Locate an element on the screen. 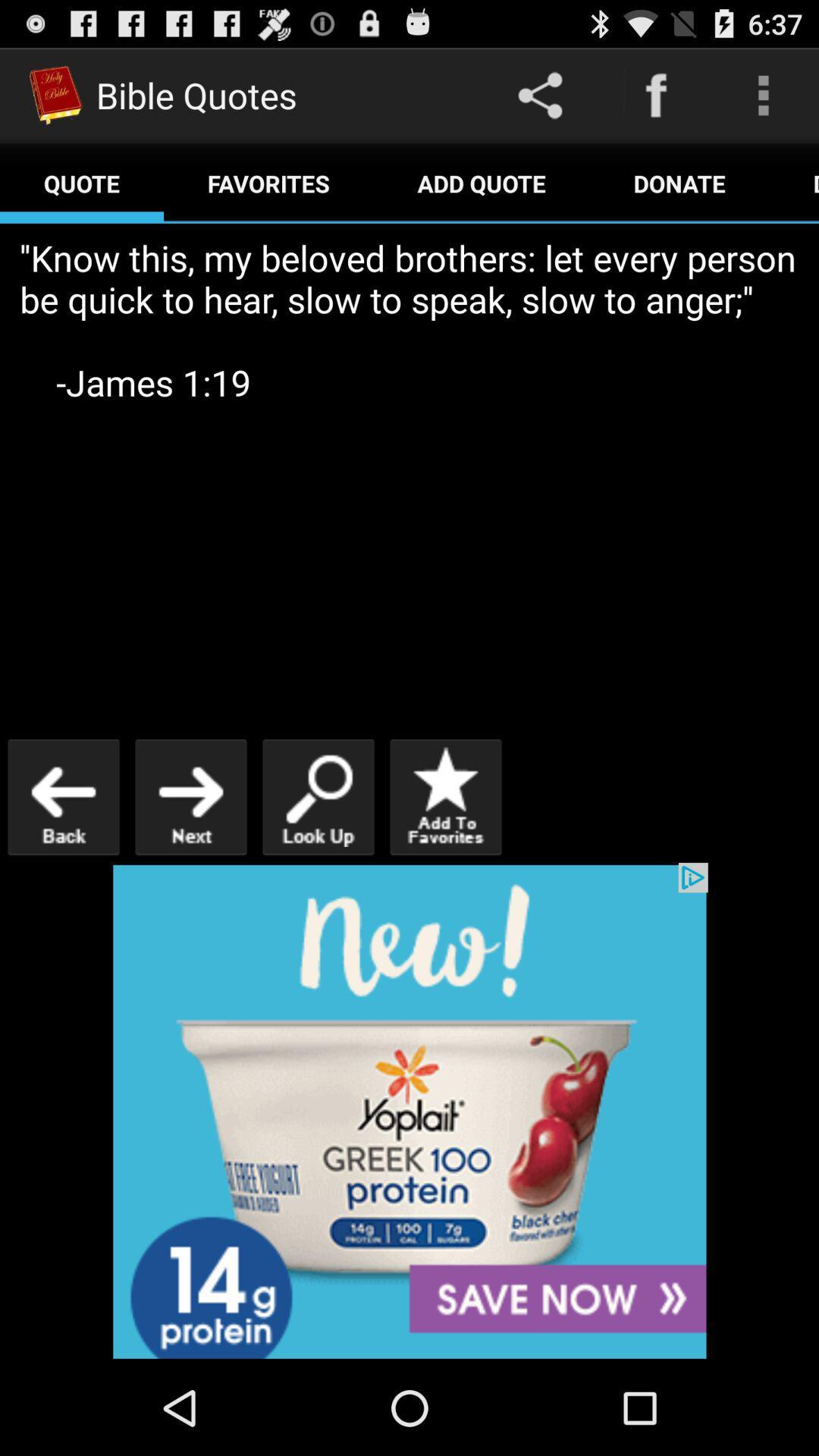 The image size is (819, 1456). to favorites is located at coordinates (444, 796).